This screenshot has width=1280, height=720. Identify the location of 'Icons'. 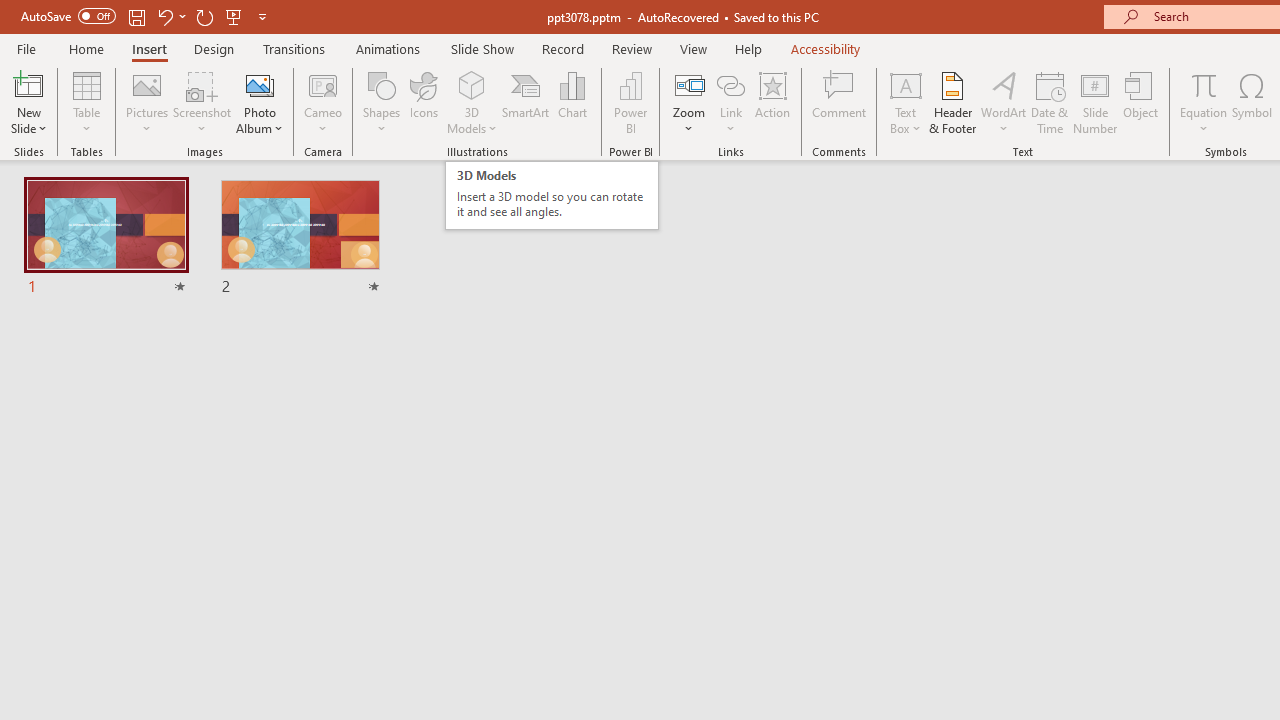
(423, 103).